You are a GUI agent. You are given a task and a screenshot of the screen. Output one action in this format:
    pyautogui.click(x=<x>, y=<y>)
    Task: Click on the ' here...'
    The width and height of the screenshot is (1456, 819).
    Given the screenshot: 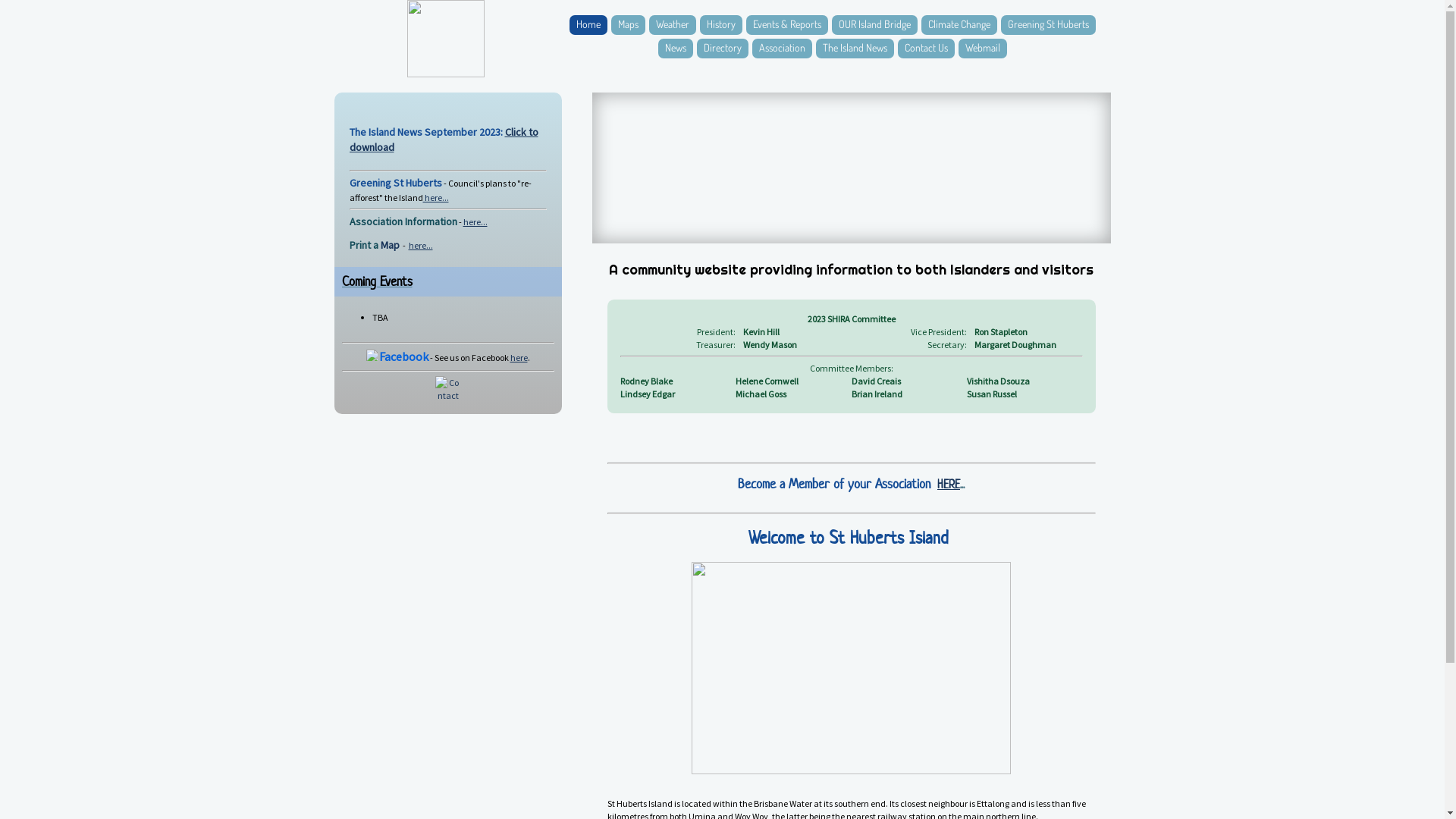 What is the action you would take?
    pyautogui.click(x=435, y=196)
    